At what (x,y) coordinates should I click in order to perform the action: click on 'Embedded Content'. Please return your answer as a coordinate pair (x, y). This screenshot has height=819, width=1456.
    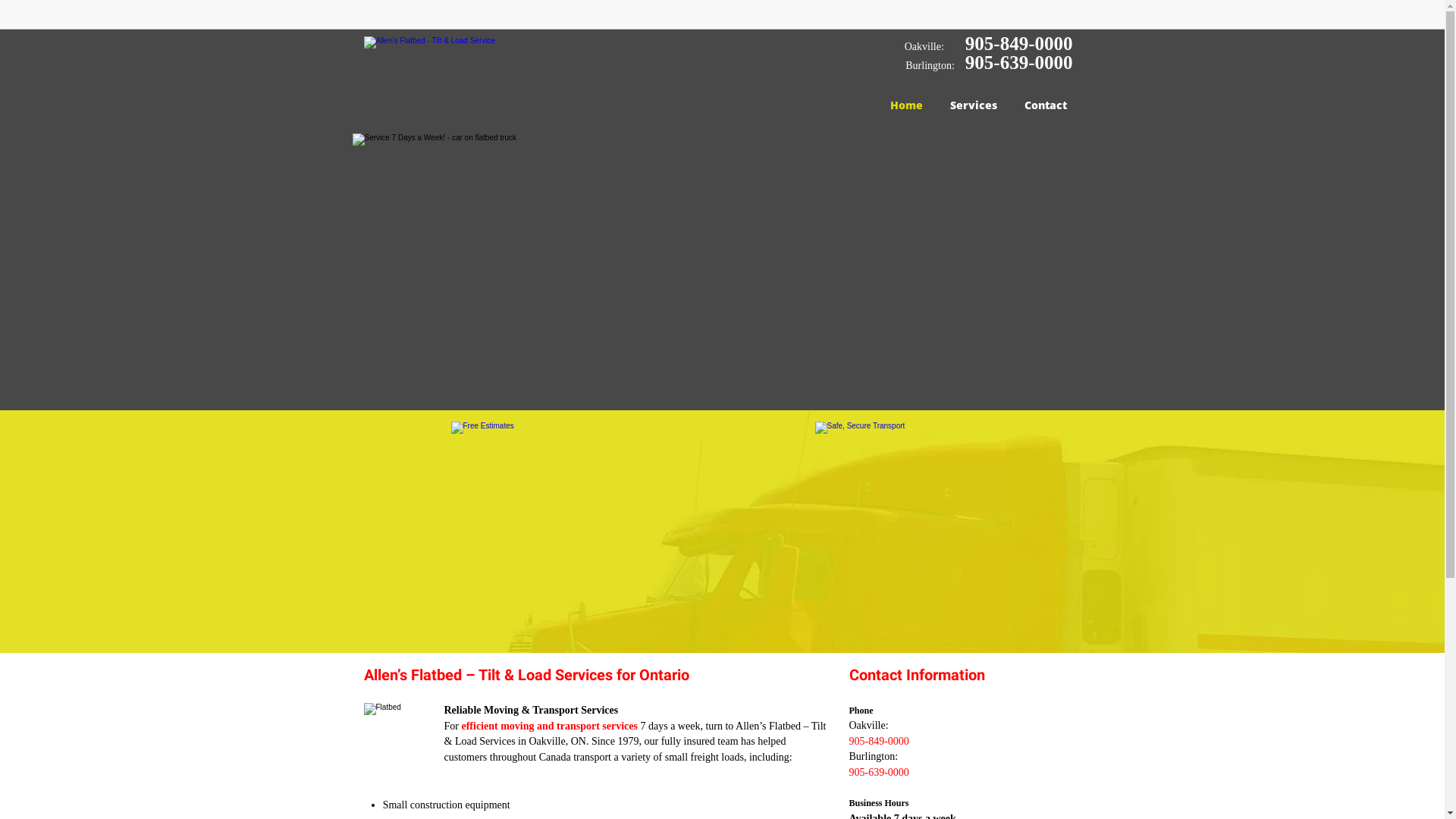
    Looking at the image, I should click on (934, 14).